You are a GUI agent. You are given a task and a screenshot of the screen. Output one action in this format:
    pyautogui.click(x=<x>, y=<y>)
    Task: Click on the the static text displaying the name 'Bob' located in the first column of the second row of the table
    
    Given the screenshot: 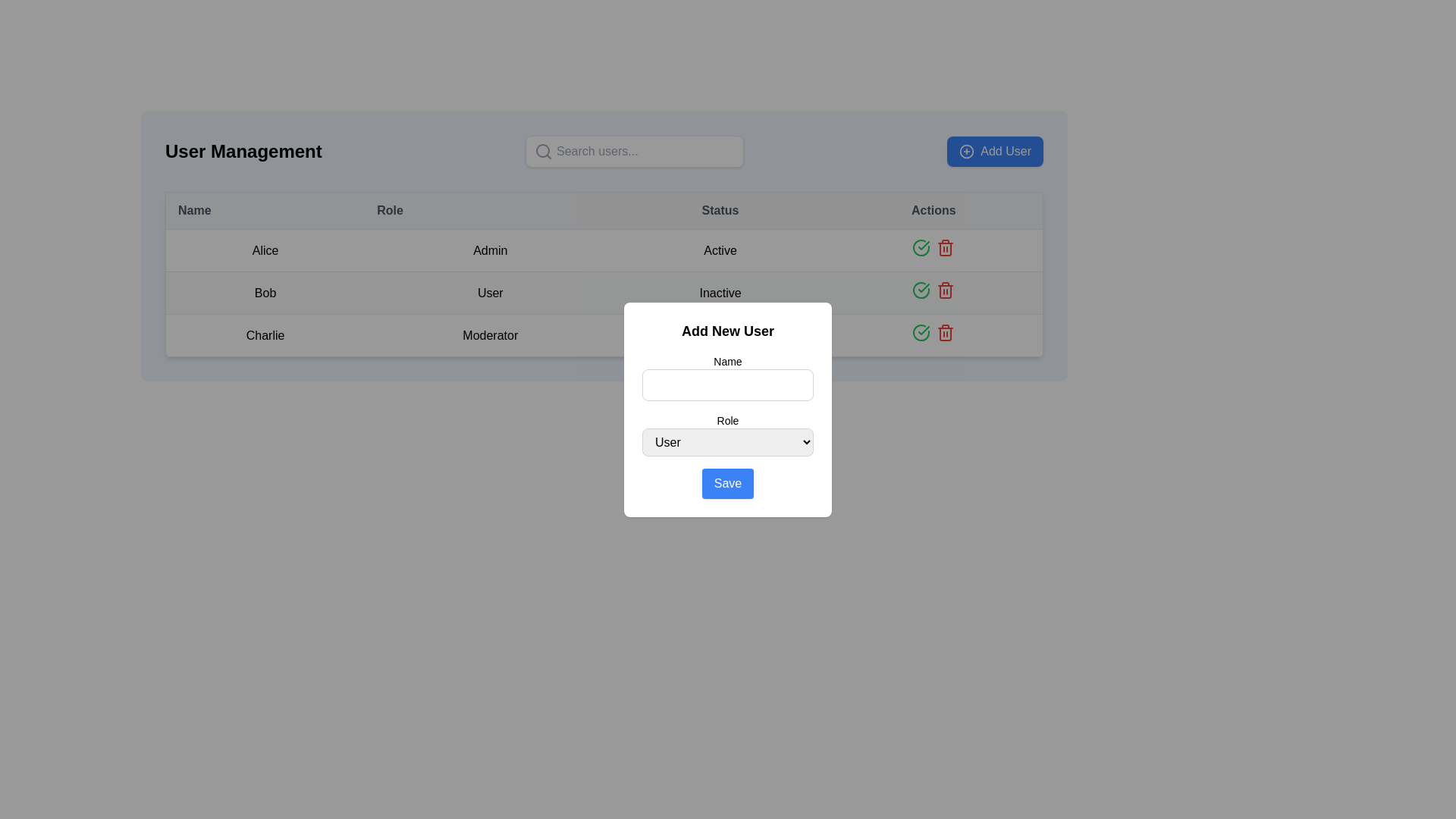 What is the action you would take?
    pyautogui.click(x=265, y=293)
    